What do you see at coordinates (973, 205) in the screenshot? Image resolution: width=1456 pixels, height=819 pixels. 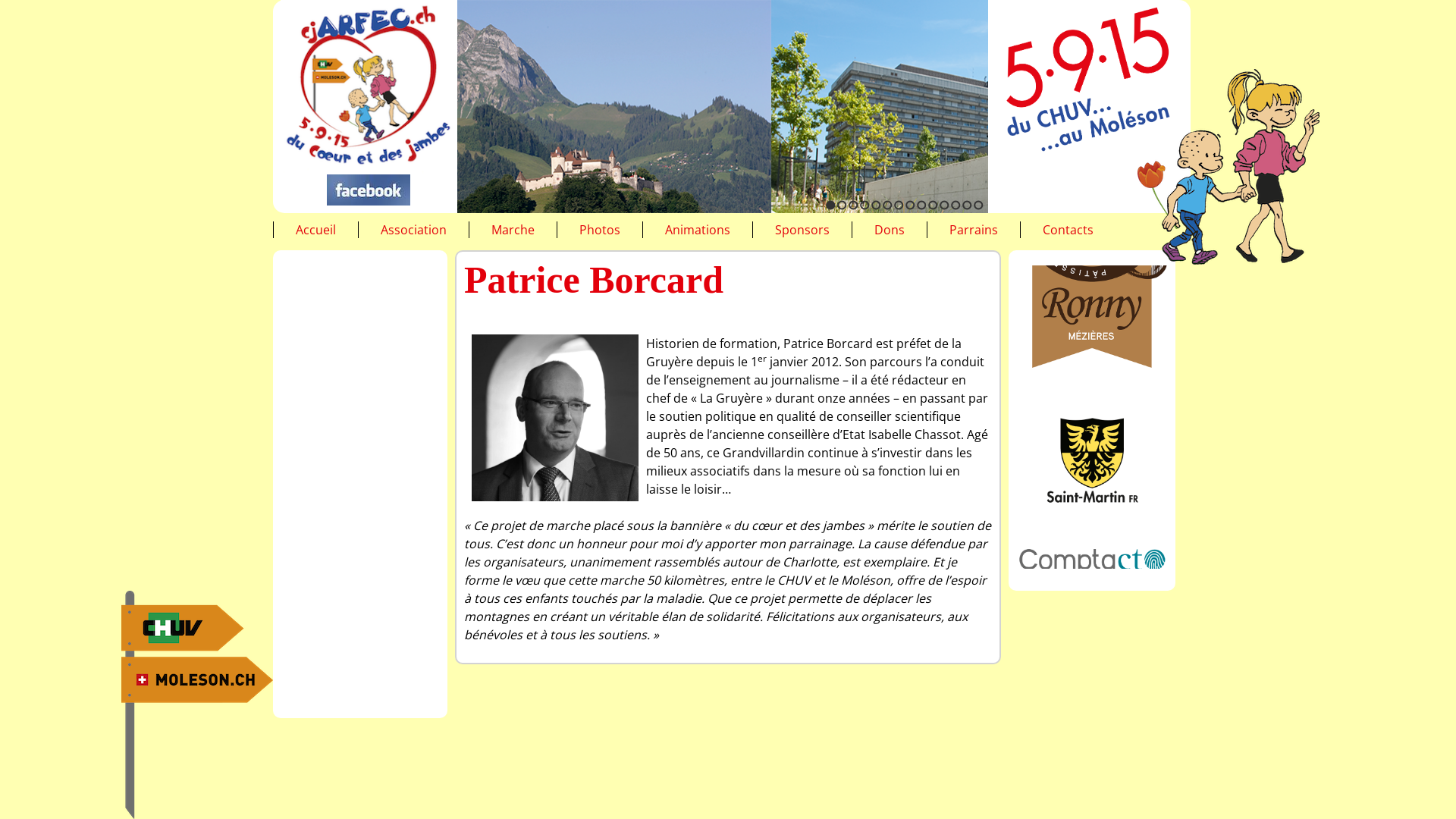 I see `'14'` at bounding box center [973, 205].